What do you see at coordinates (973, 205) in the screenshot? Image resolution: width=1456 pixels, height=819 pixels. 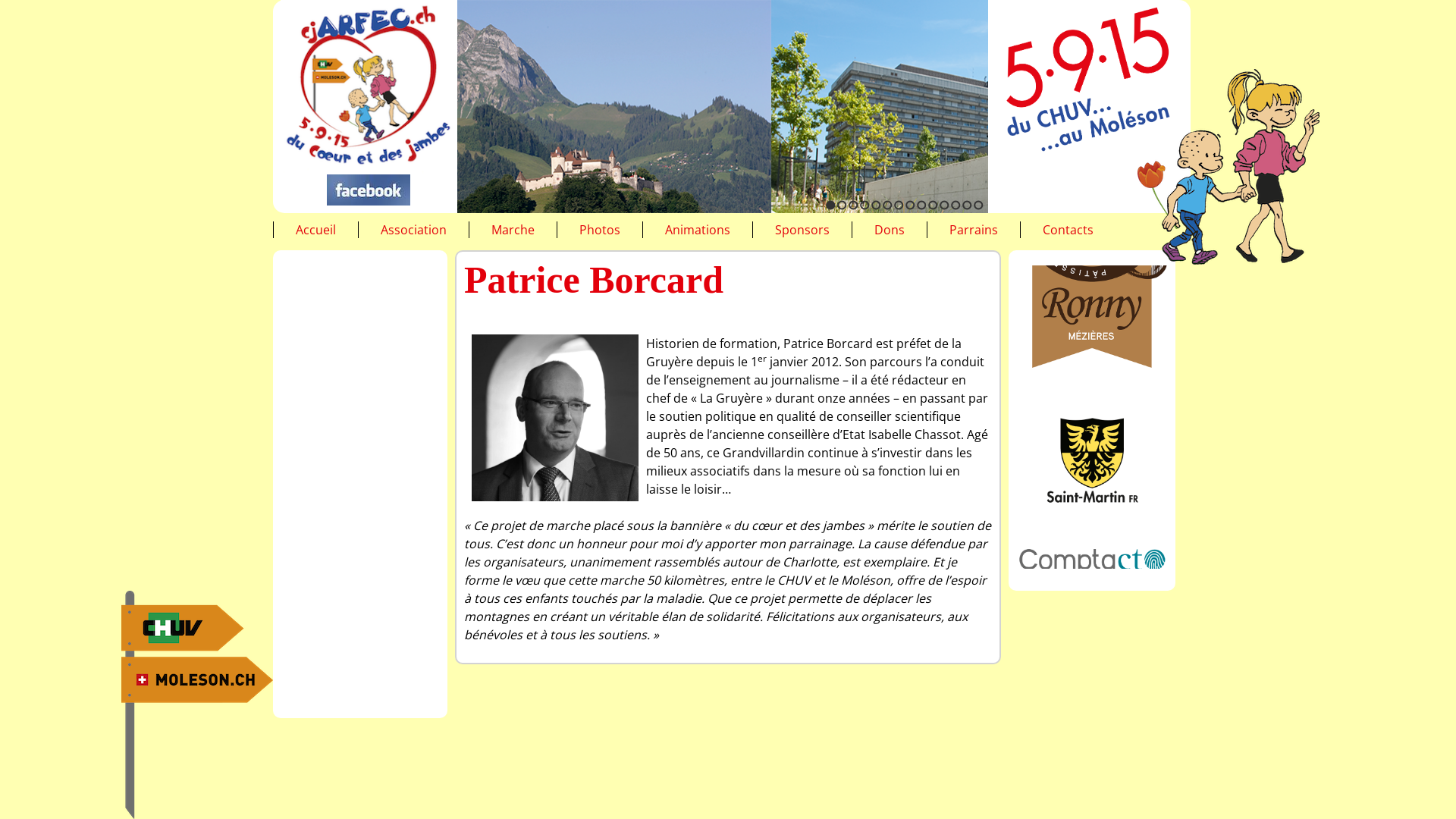 I see `'14'` at bounding box center [973, 205].